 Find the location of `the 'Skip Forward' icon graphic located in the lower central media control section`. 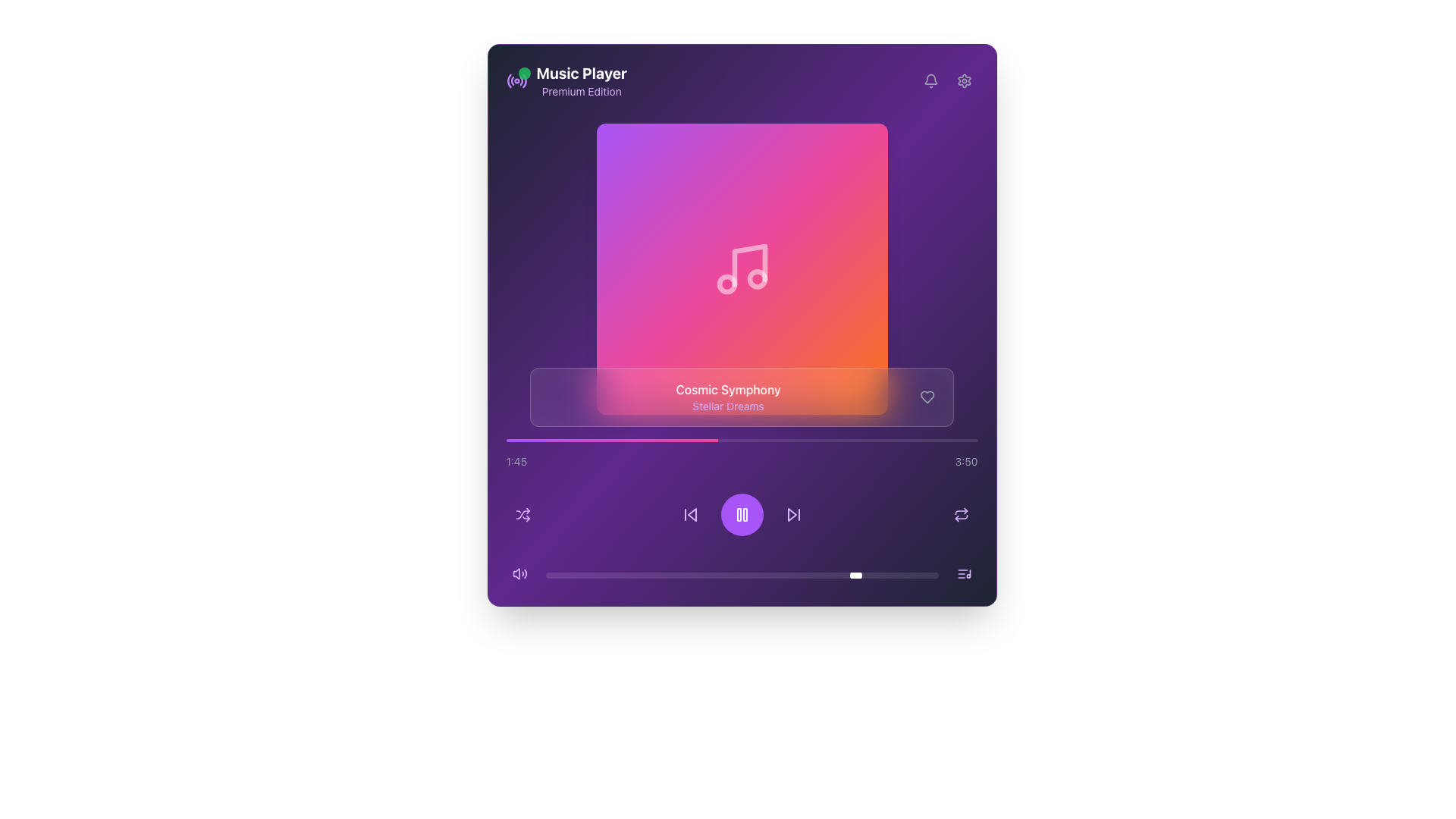

the 'Skip Forward' icon graphic located in the lower central media control section is located at coordinates (791, 513).